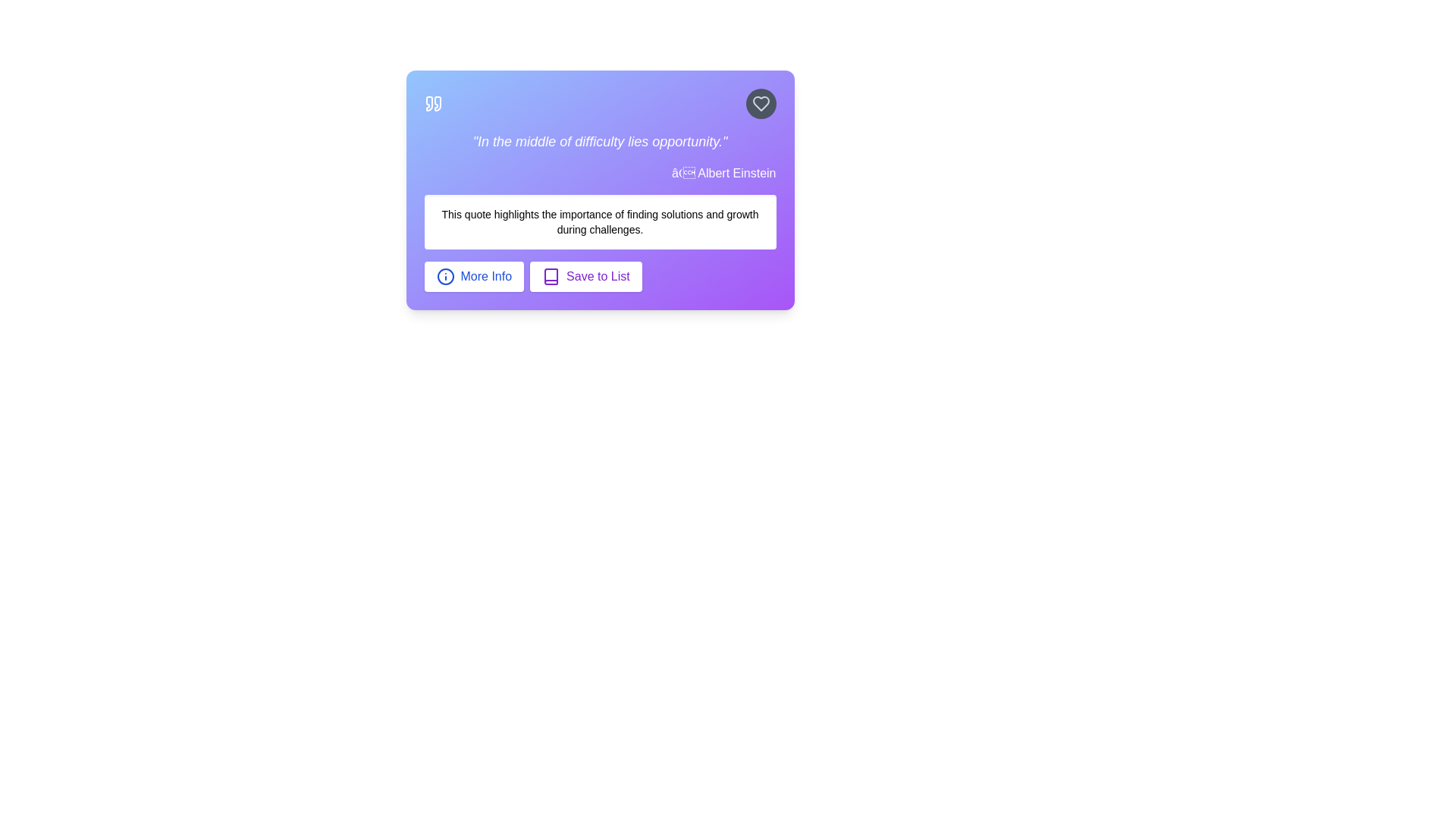 This screenshot has height=819, width=1456. I want to click on the stylized heart icon with a hollow center outlined in gray, so click(761, 103).